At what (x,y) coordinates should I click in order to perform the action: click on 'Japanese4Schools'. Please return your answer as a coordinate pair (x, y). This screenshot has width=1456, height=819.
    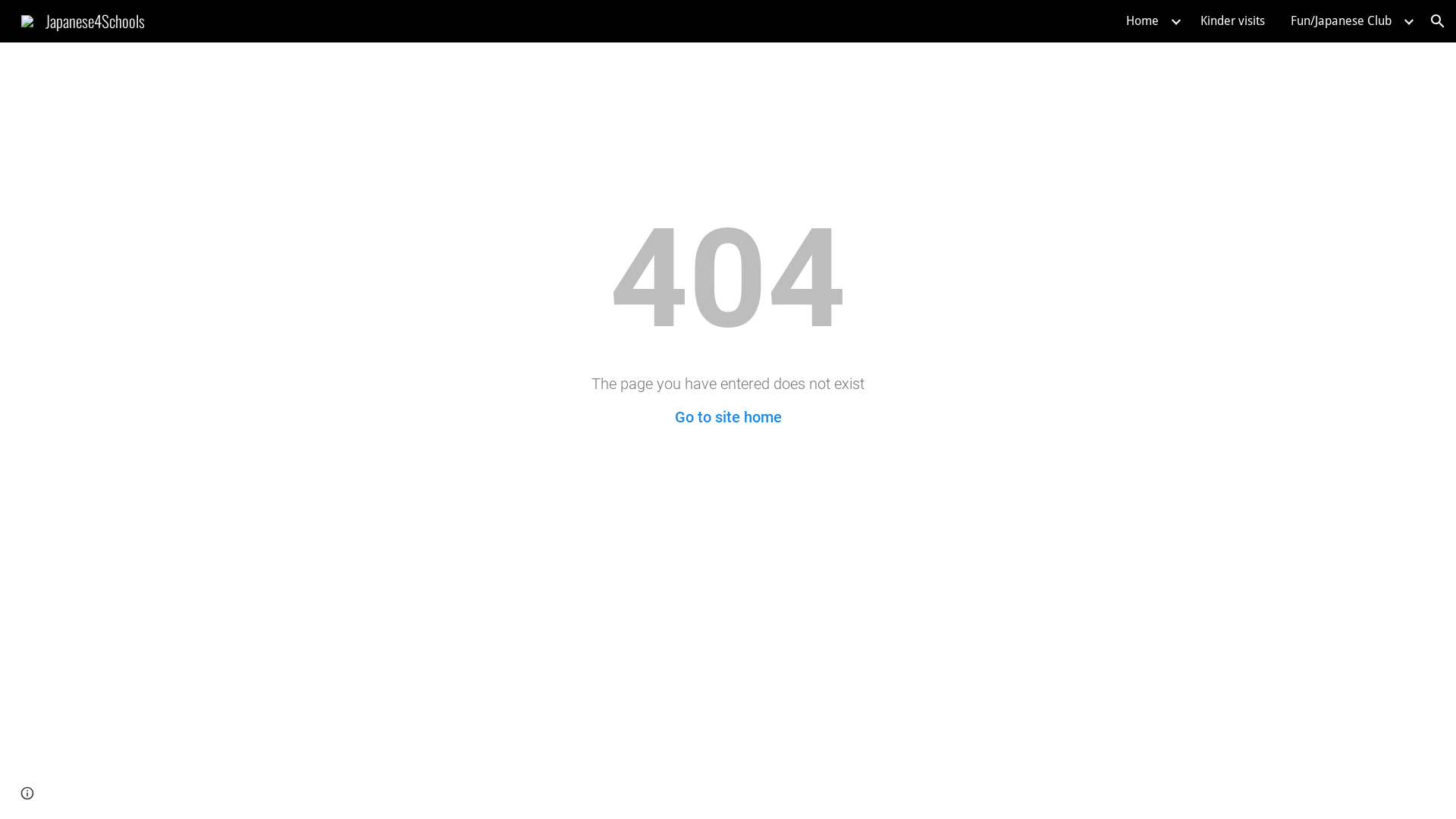
    Looking at the image, I should click on (82, 18).